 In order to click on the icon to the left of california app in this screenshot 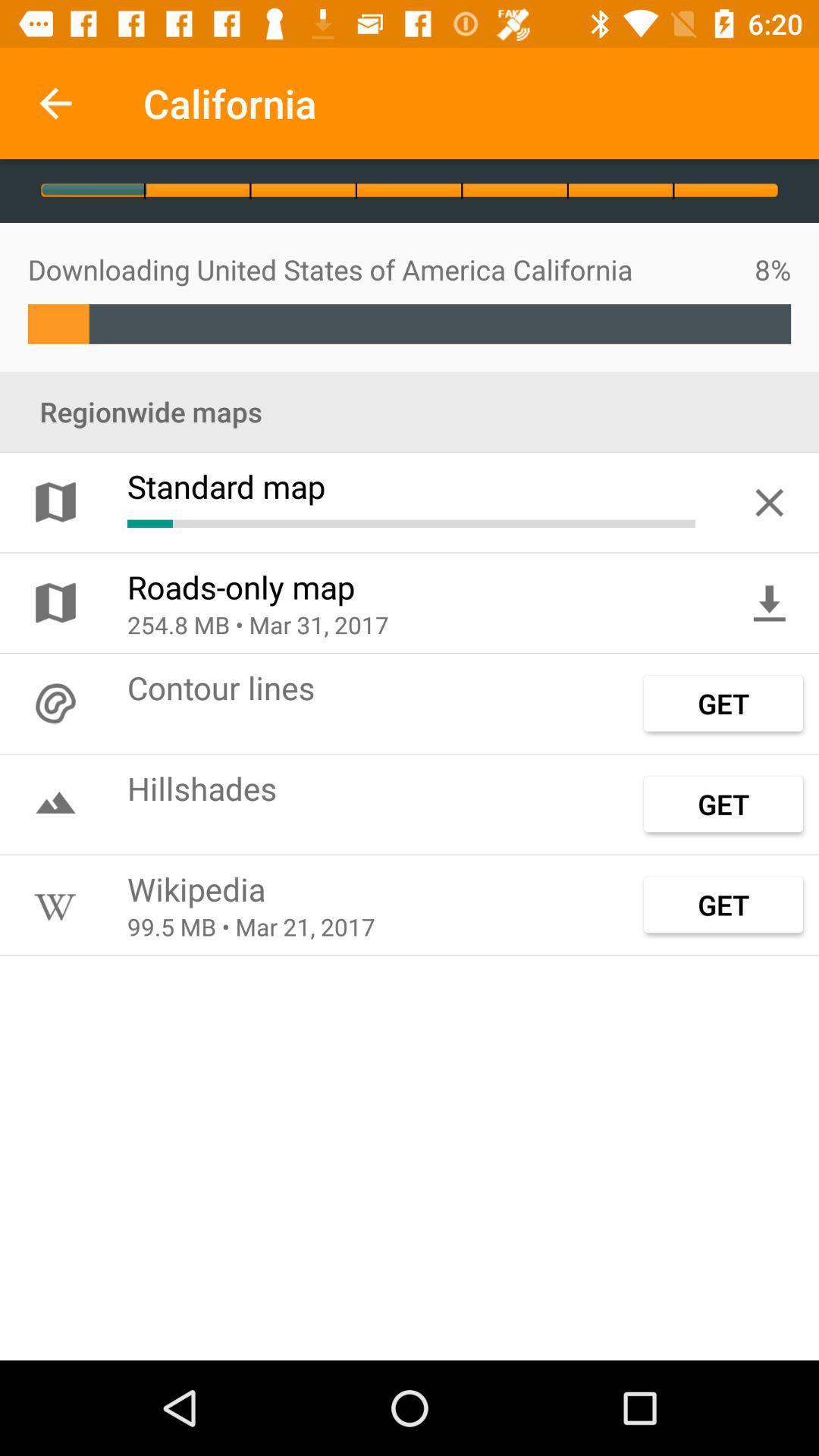, I will do `click(55, 102)`.